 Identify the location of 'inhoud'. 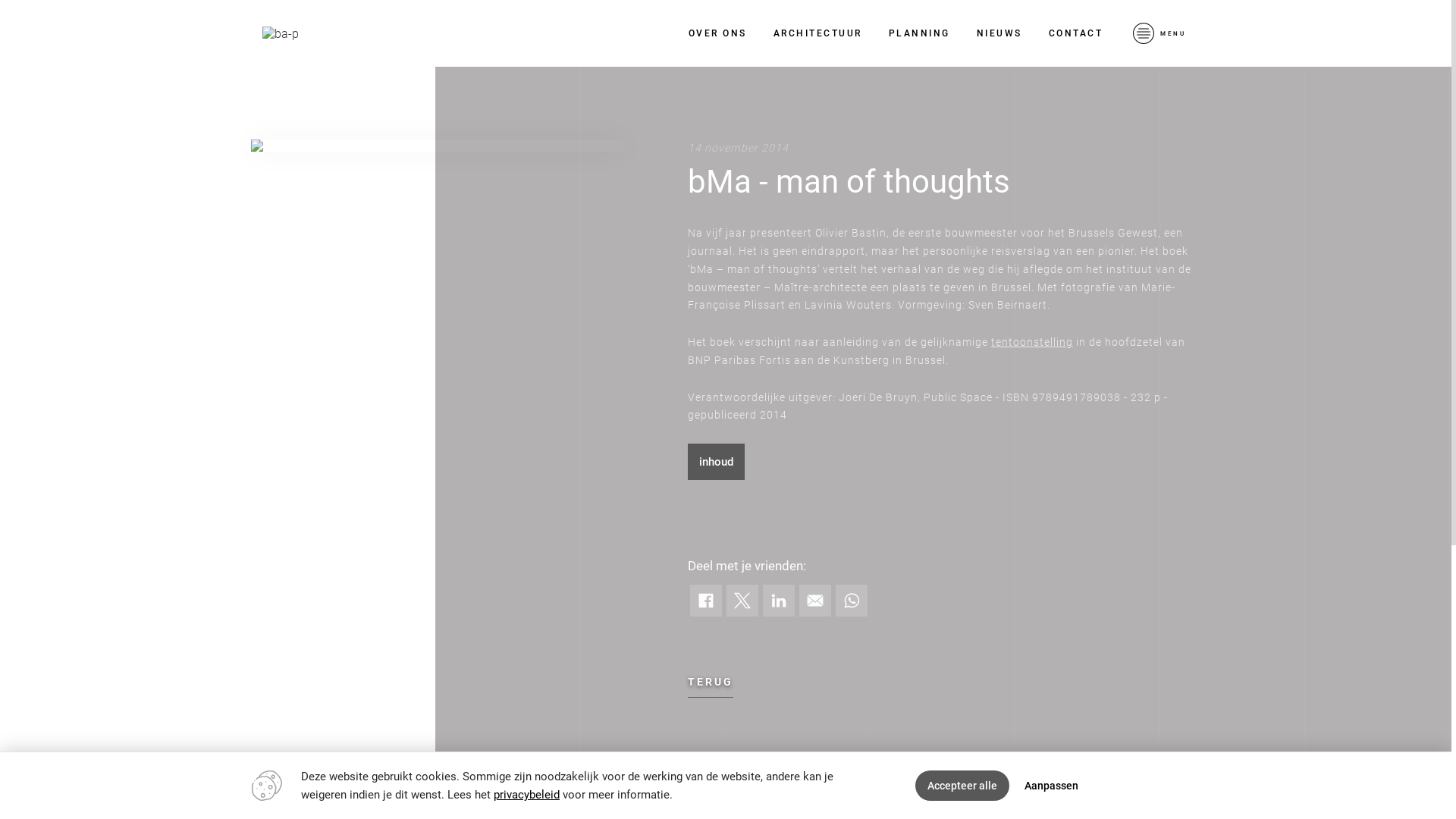
(715, 461).